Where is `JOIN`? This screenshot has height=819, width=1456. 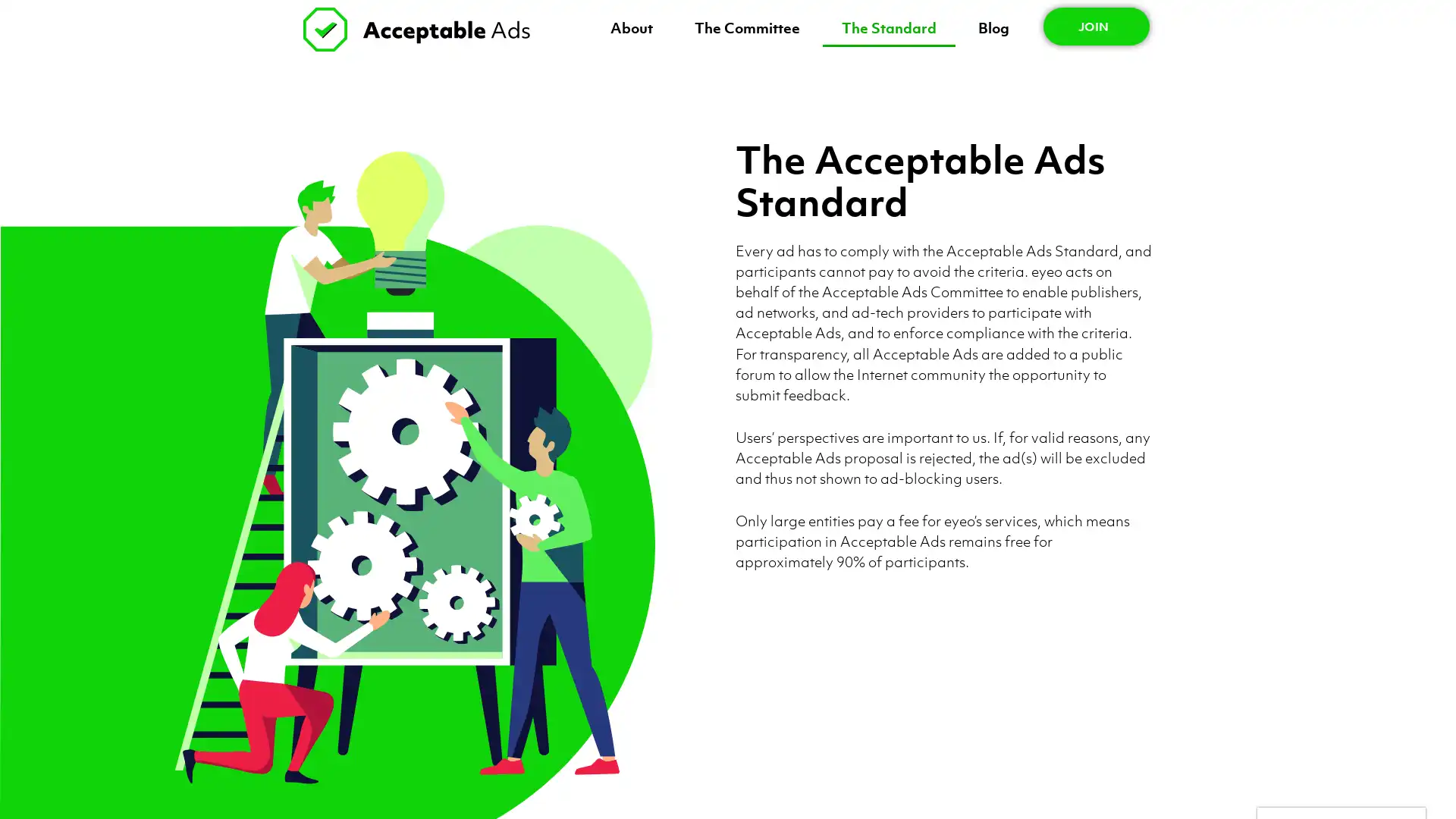 JOIN is located at coordinates (1095, 26).